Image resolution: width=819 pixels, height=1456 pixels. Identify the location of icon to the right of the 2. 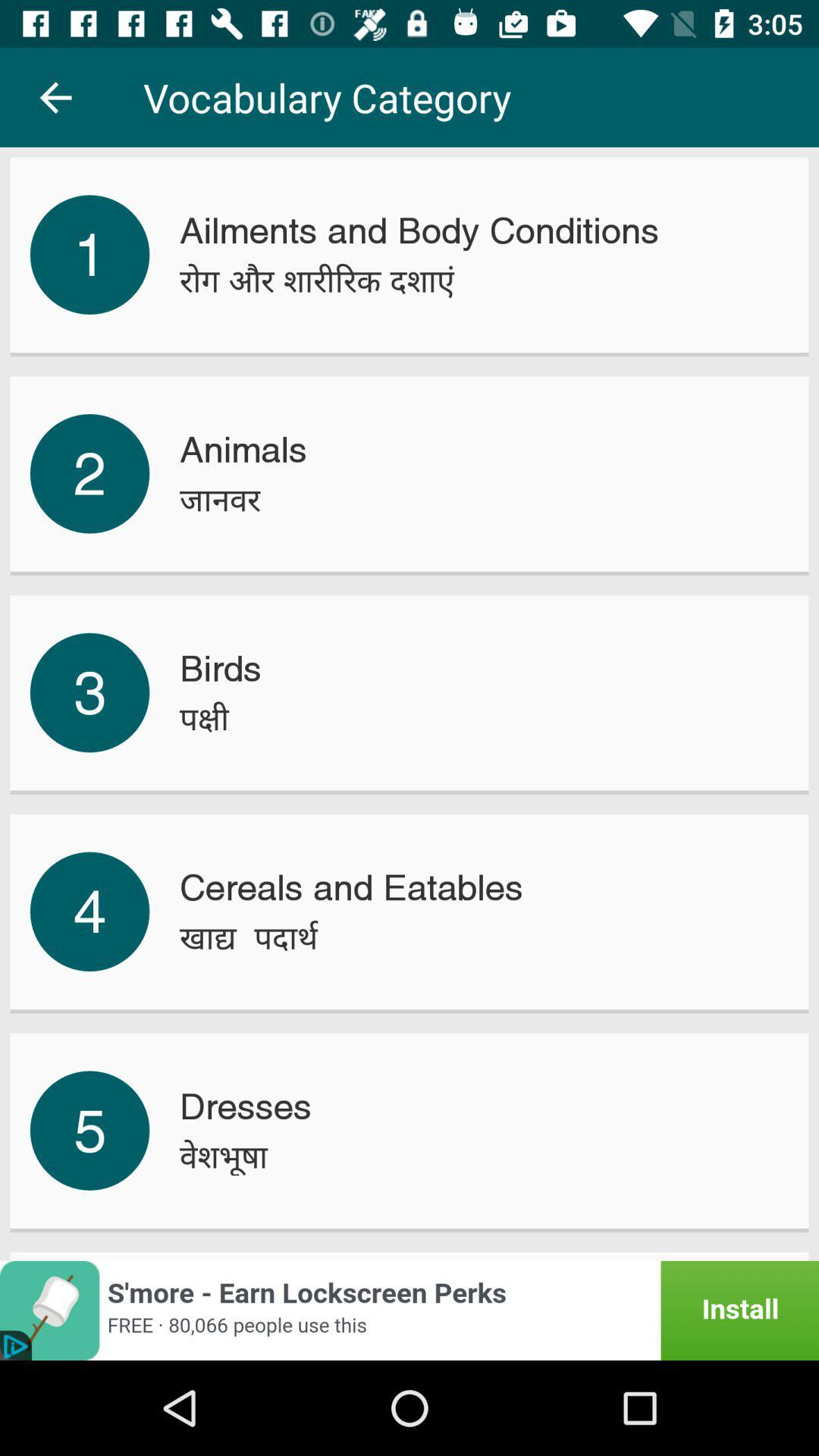
(242, 449).